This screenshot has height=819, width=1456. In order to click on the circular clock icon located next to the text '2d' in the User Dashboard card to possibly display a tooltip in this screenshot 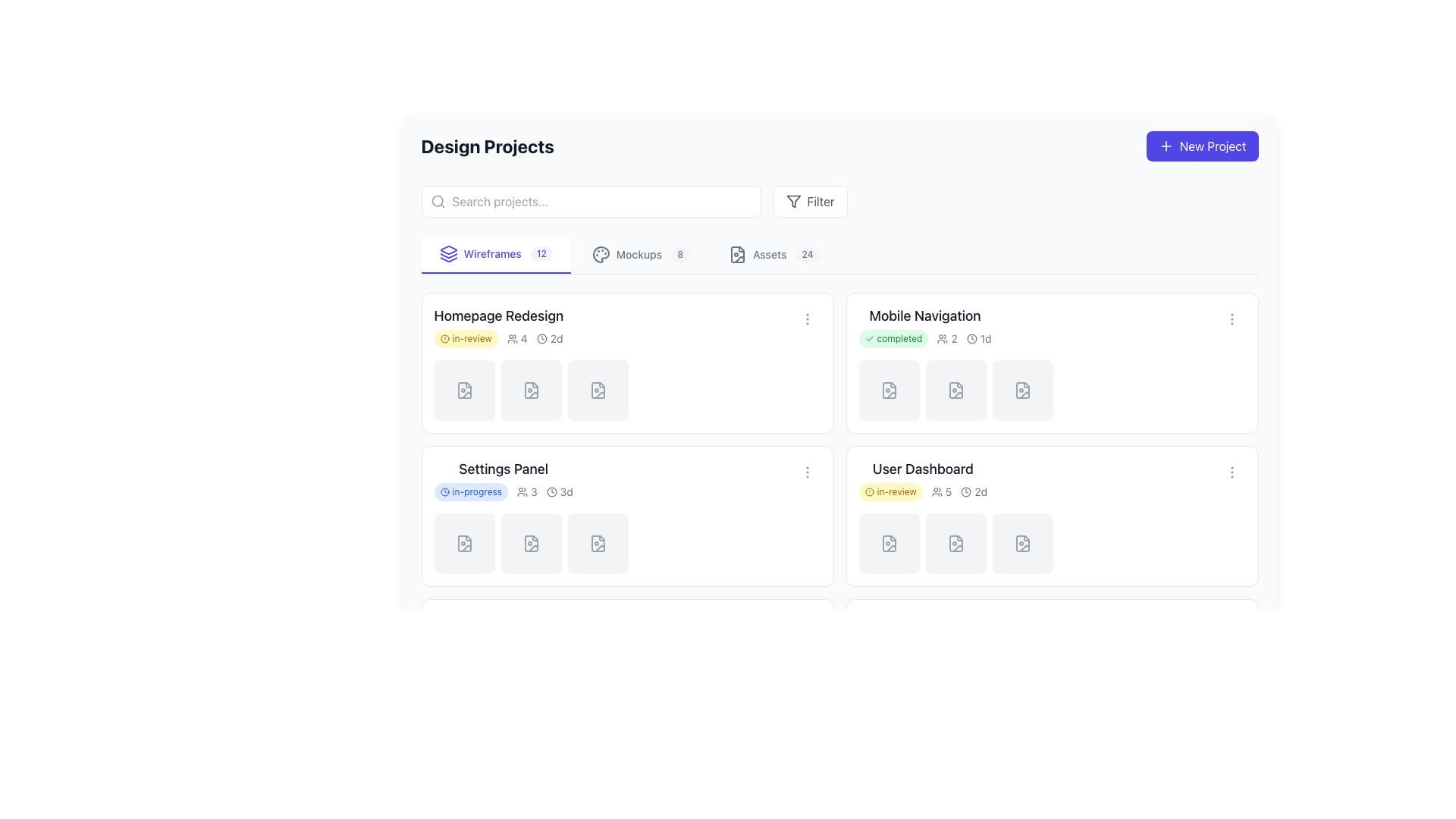, I will do `click(965, 491)`.